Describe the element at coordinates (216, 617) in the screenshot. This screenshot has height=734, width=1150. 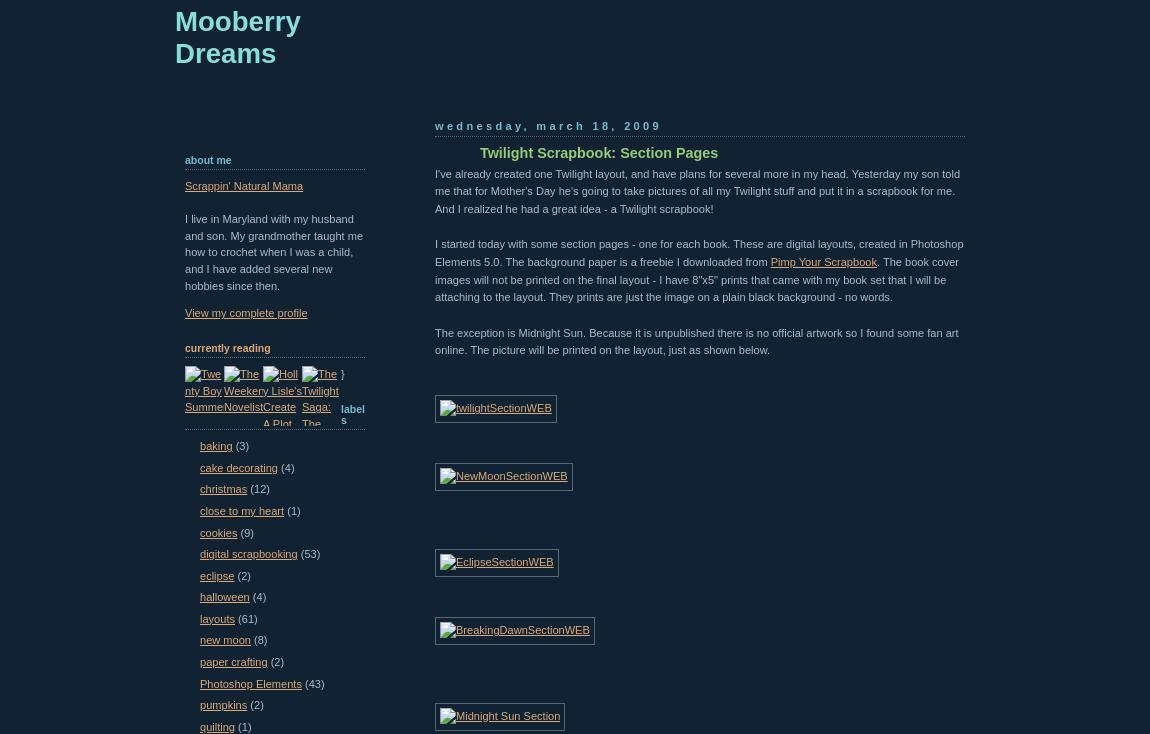
I see `'layouts'` at that location.